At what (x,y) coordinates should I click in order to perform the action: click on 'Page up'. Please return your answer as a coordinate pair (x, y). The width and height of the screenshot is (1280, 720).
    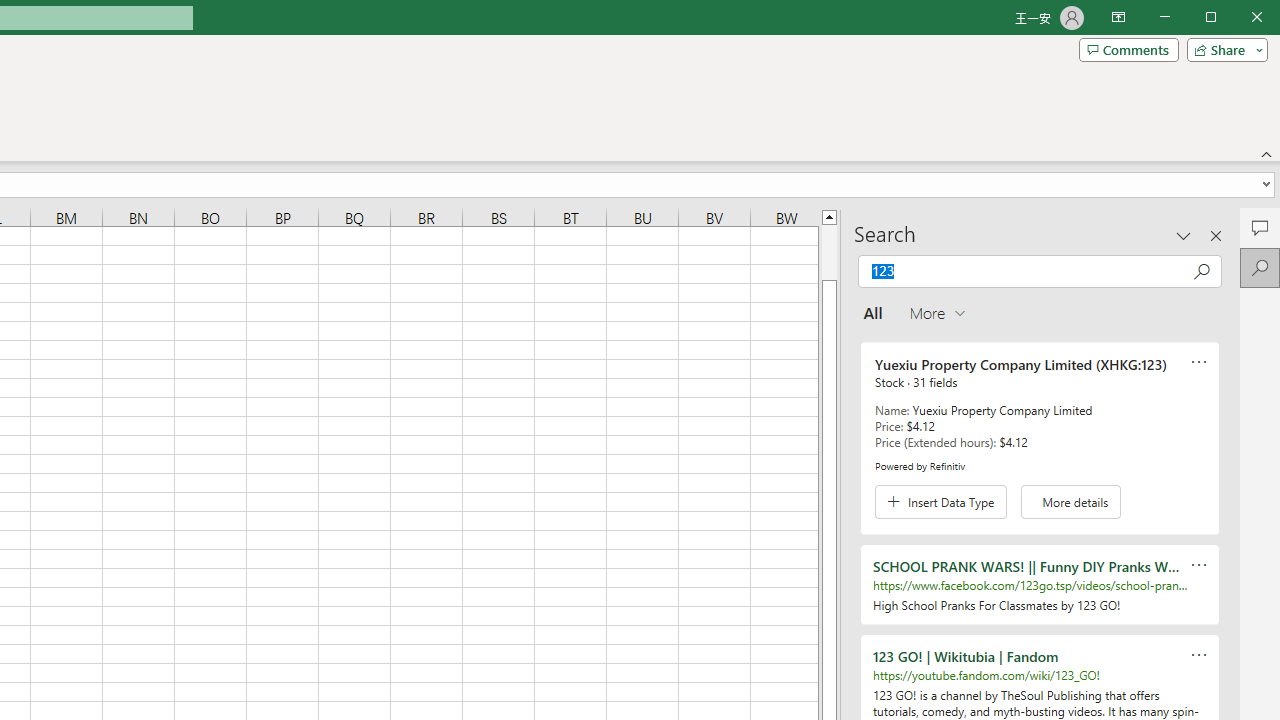
    Looking at the image, I should click on (829, 251).